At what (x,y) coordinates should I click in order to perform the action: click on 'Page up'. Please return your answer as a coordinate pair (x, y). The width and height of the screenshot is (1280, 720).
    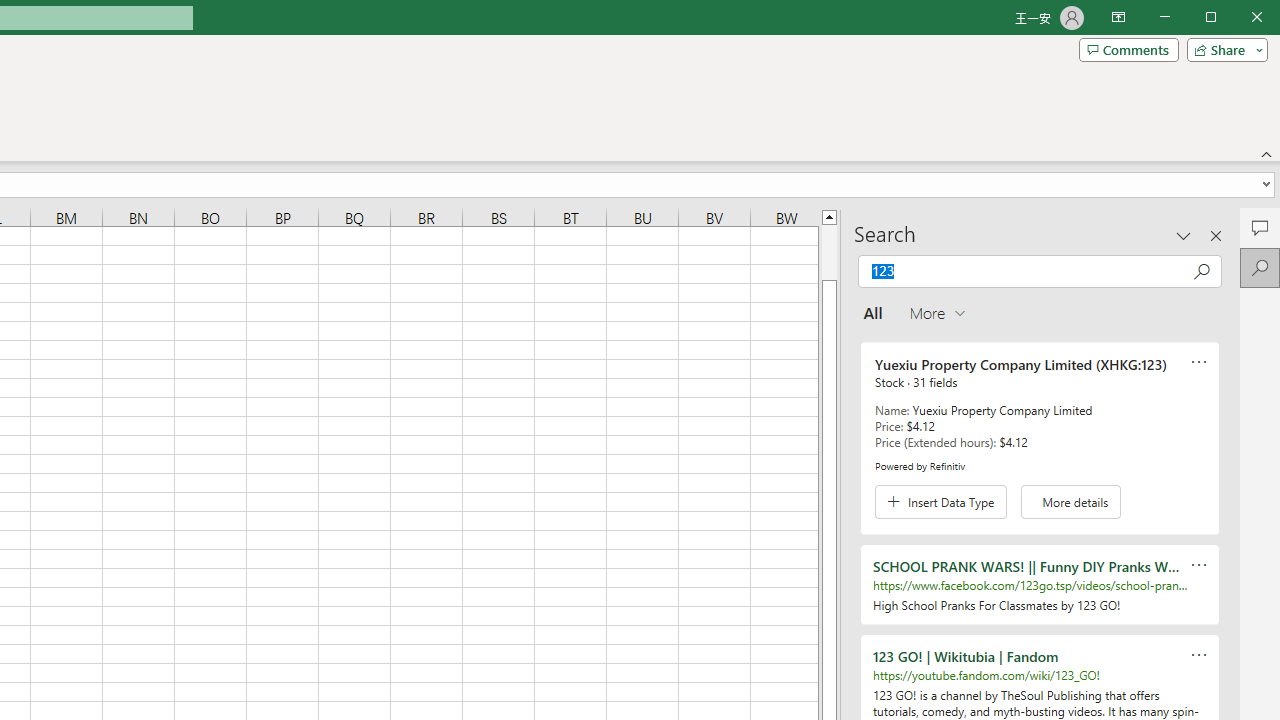
    Looking at the image, I should click on (829, 251).